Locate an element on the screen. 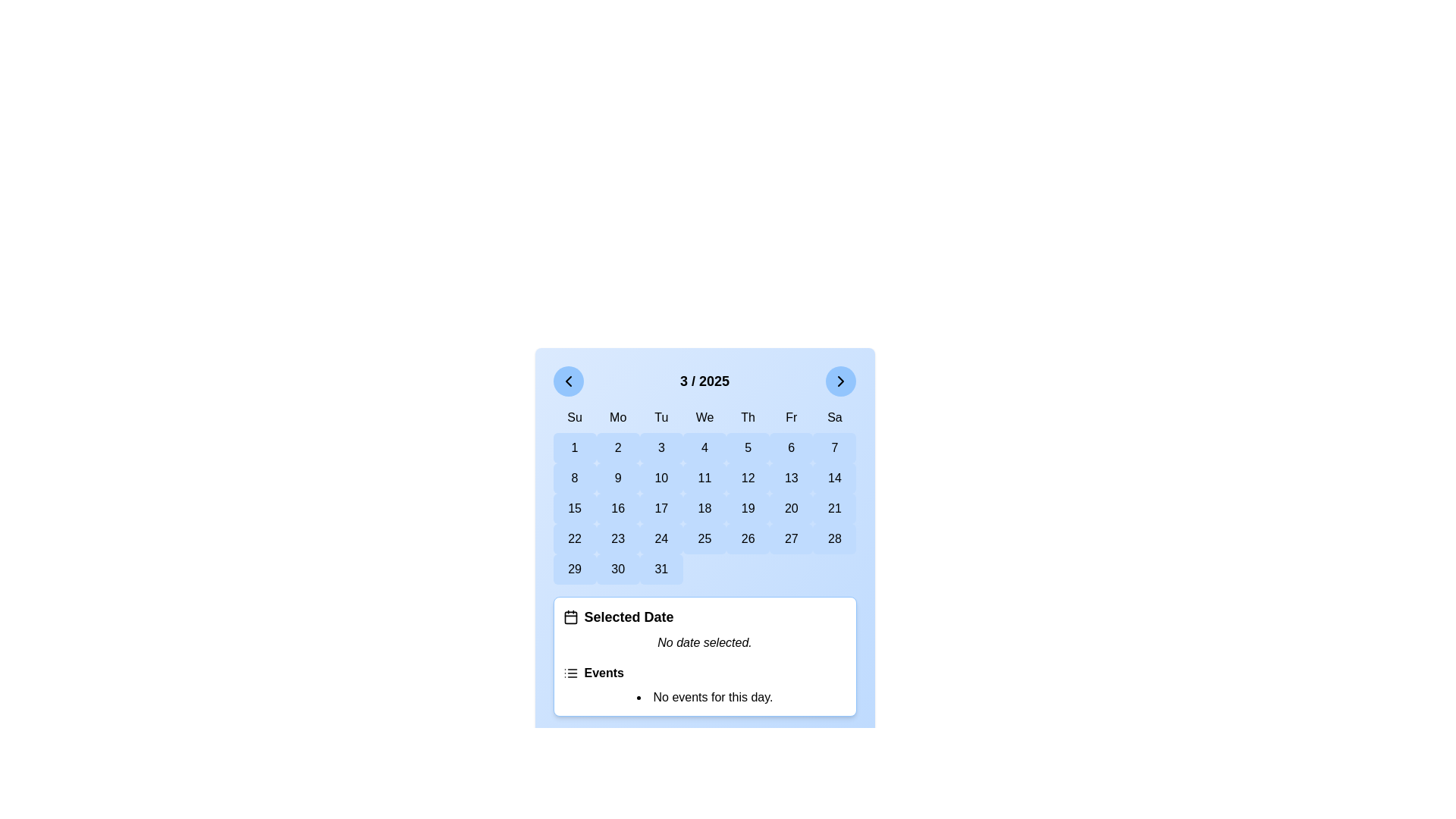  the button representing the 29th day of March 2025 in the calendar view is located at coordinates (574, 570).